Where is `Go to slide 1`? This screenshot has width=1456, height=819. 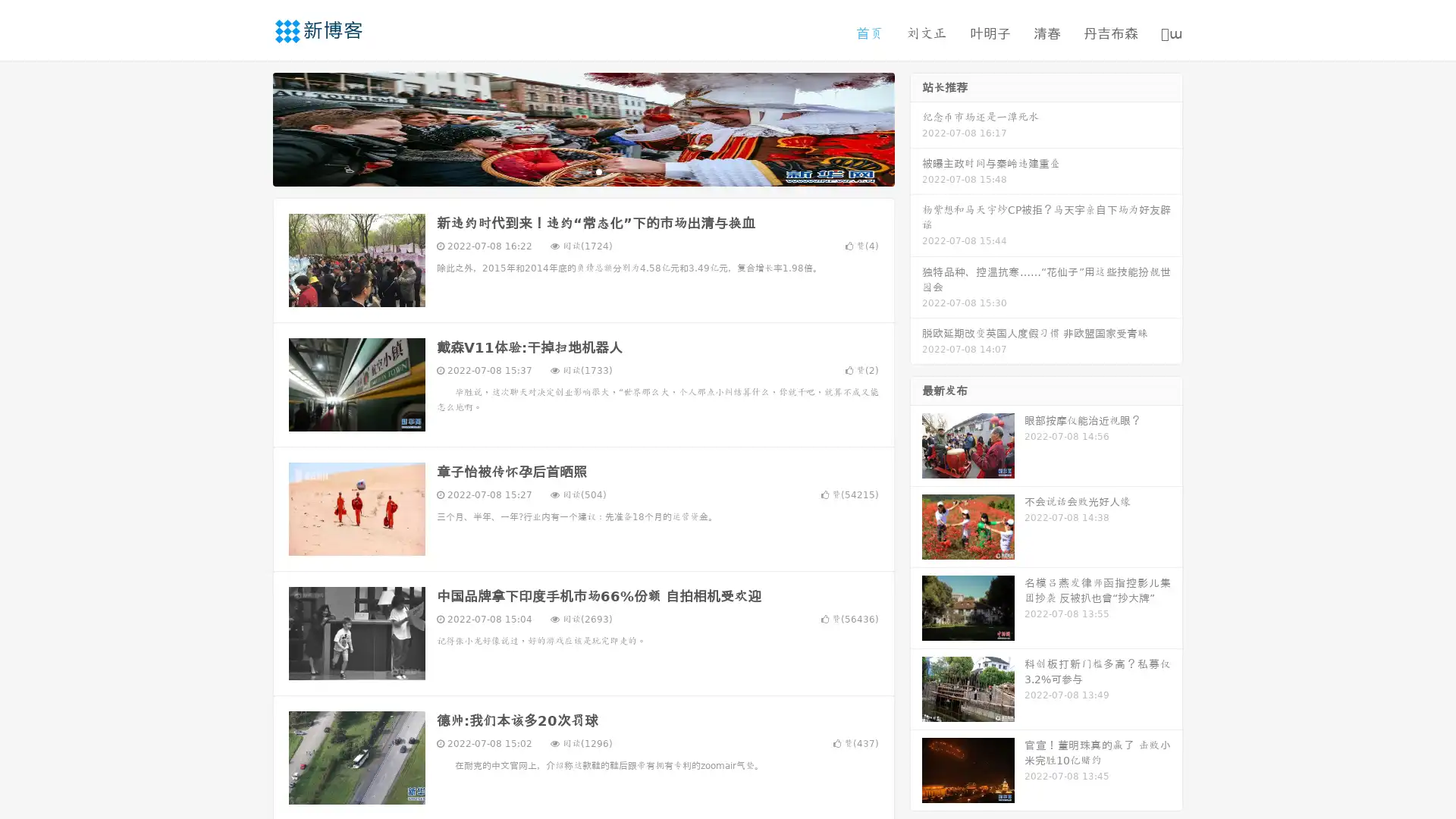
Go to slide 1 is located at coordinates (567, 171).